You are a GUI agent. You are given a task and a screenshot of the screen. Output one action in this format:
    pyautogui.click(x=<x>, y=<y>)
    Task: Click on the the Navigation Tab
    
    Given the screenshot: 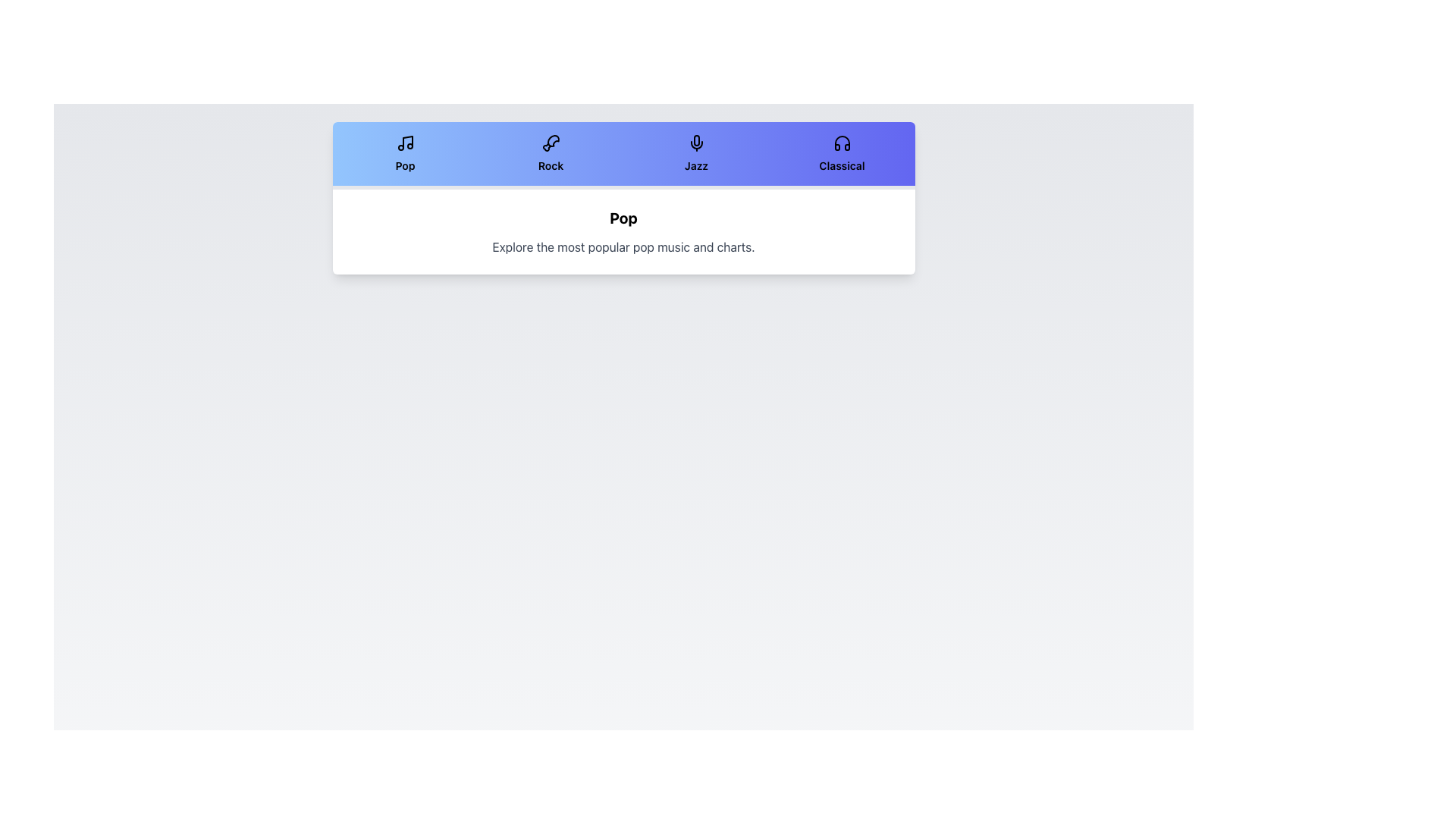 What is the action you would take?
    pyautogui.click(x=550, y=154)
    